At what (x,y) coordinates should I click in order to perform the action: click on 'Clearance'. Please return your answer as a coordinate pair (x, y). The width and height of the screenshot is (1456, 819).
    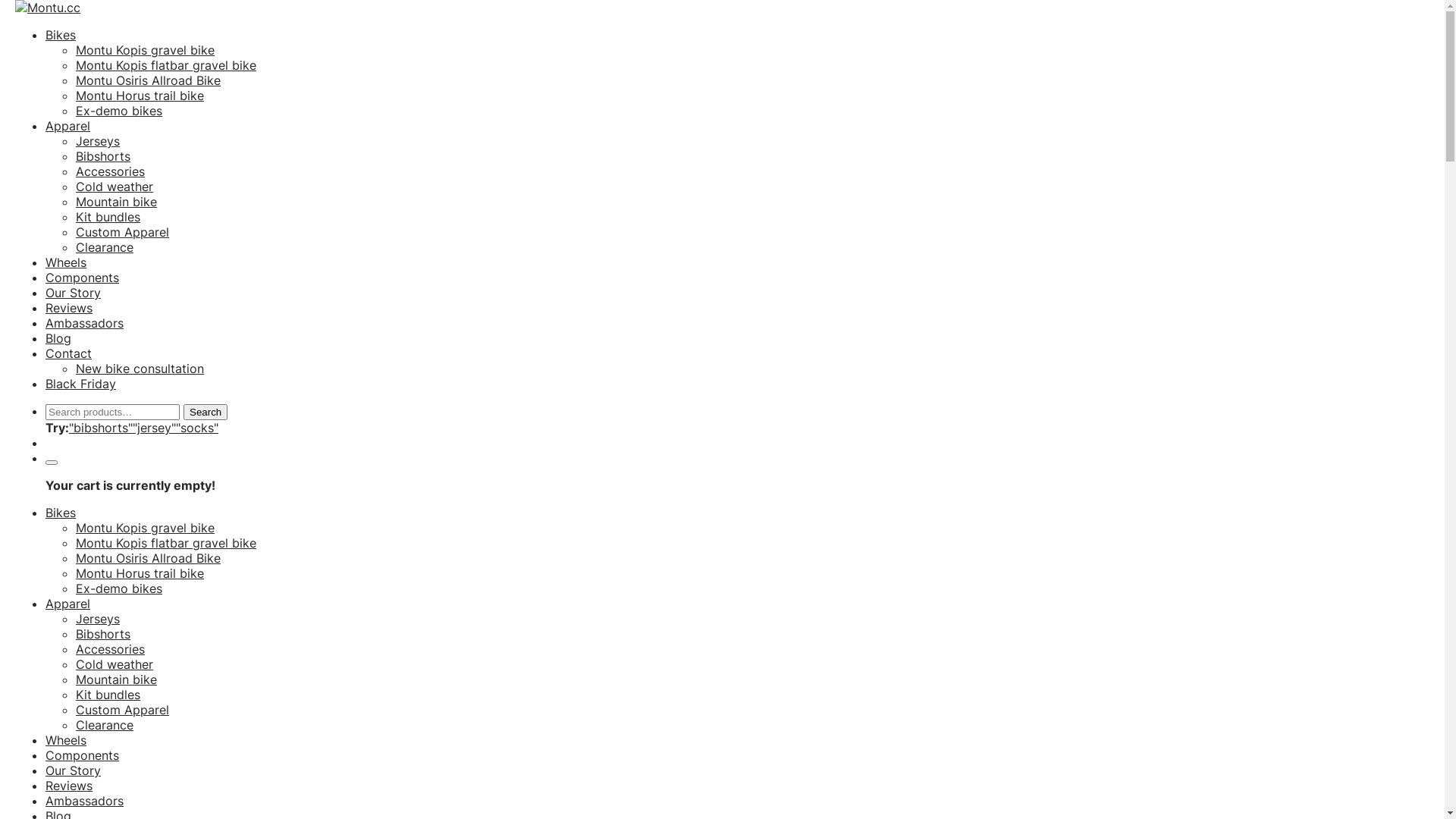
    Looking at the image, I should click on (104, 246).